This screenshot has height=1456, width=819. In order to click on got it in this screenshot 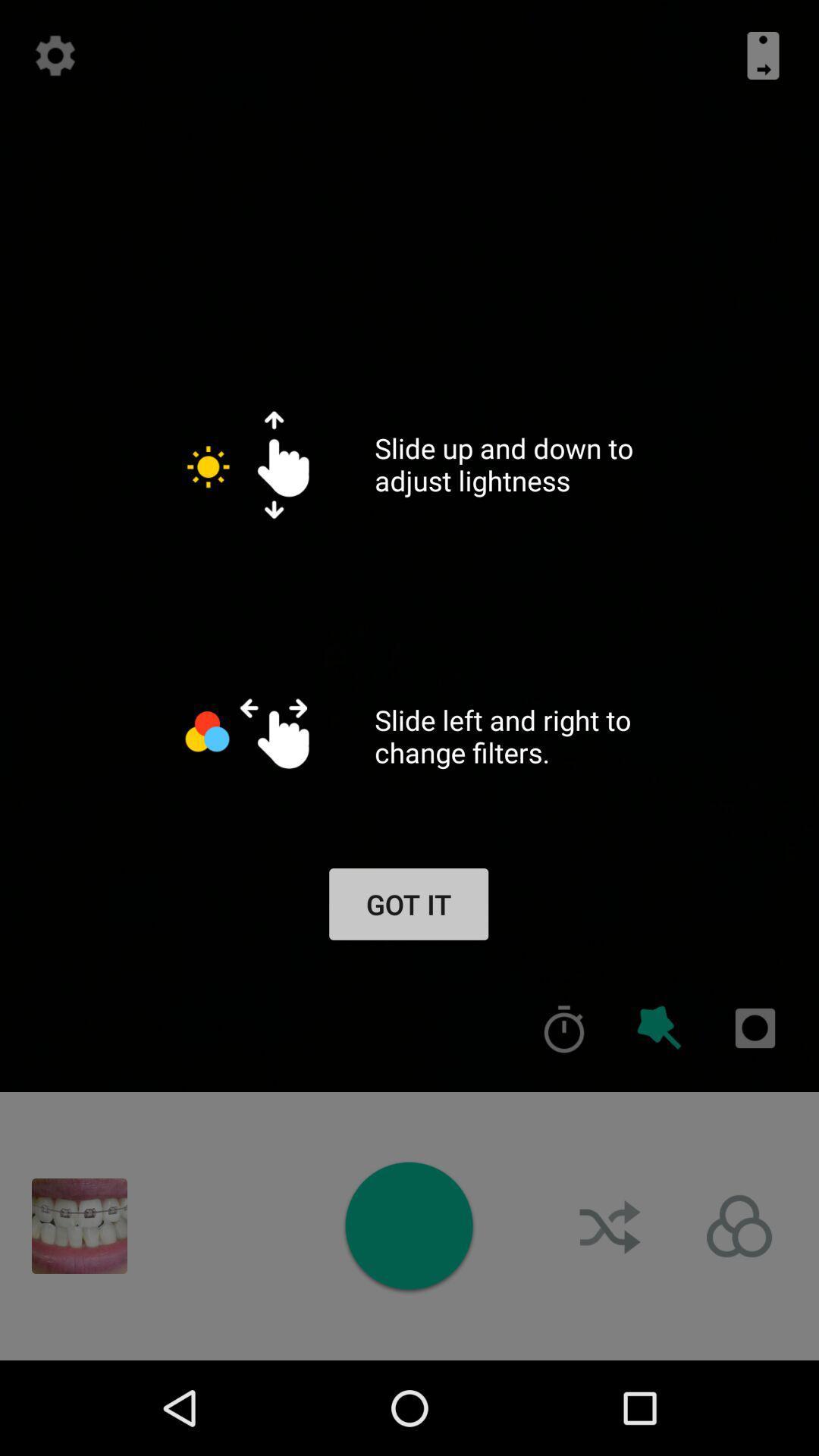, I will do `click(408, 904)`.